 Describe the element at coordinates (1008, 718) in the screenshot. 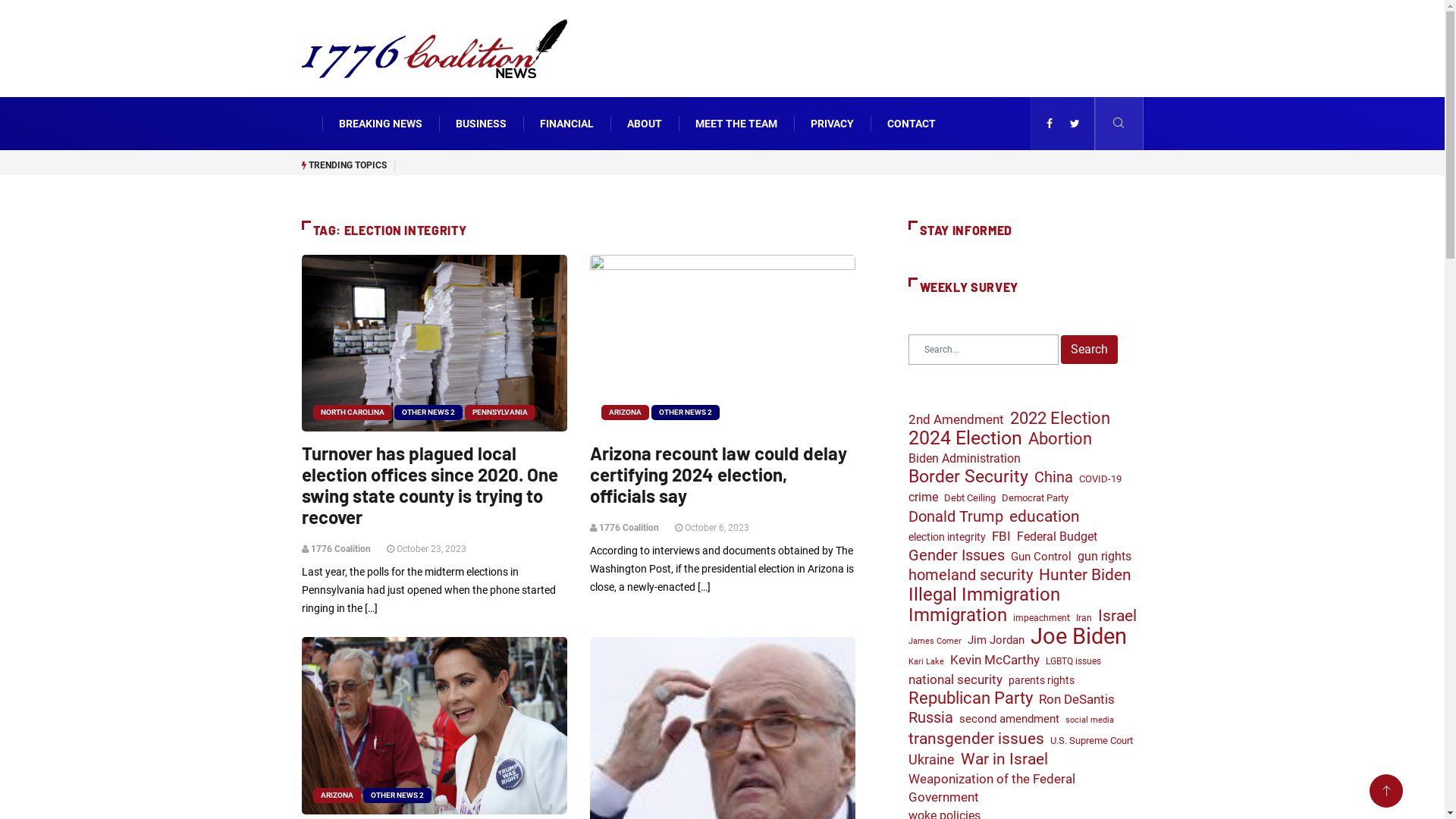

I see `'second amendment'` at that location.